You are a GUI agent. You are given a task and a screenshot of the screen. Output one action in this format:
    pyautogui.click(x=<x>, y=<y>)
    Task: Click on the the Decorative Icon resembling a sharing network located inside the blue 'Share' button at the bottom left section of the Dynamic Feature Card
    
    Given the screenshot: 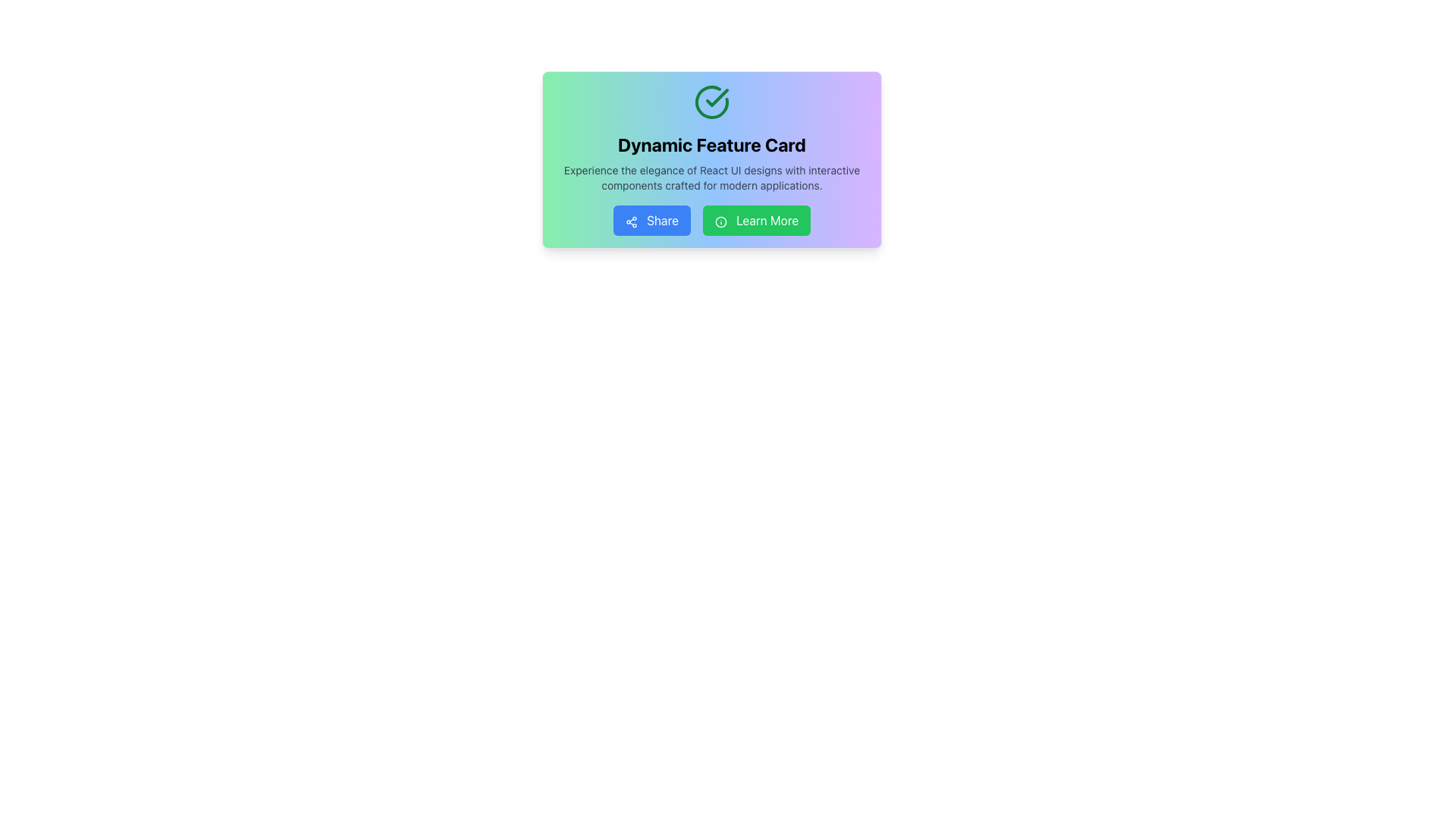 What is the action you would take?
    pyautogui.click(x=631, y=221)
    